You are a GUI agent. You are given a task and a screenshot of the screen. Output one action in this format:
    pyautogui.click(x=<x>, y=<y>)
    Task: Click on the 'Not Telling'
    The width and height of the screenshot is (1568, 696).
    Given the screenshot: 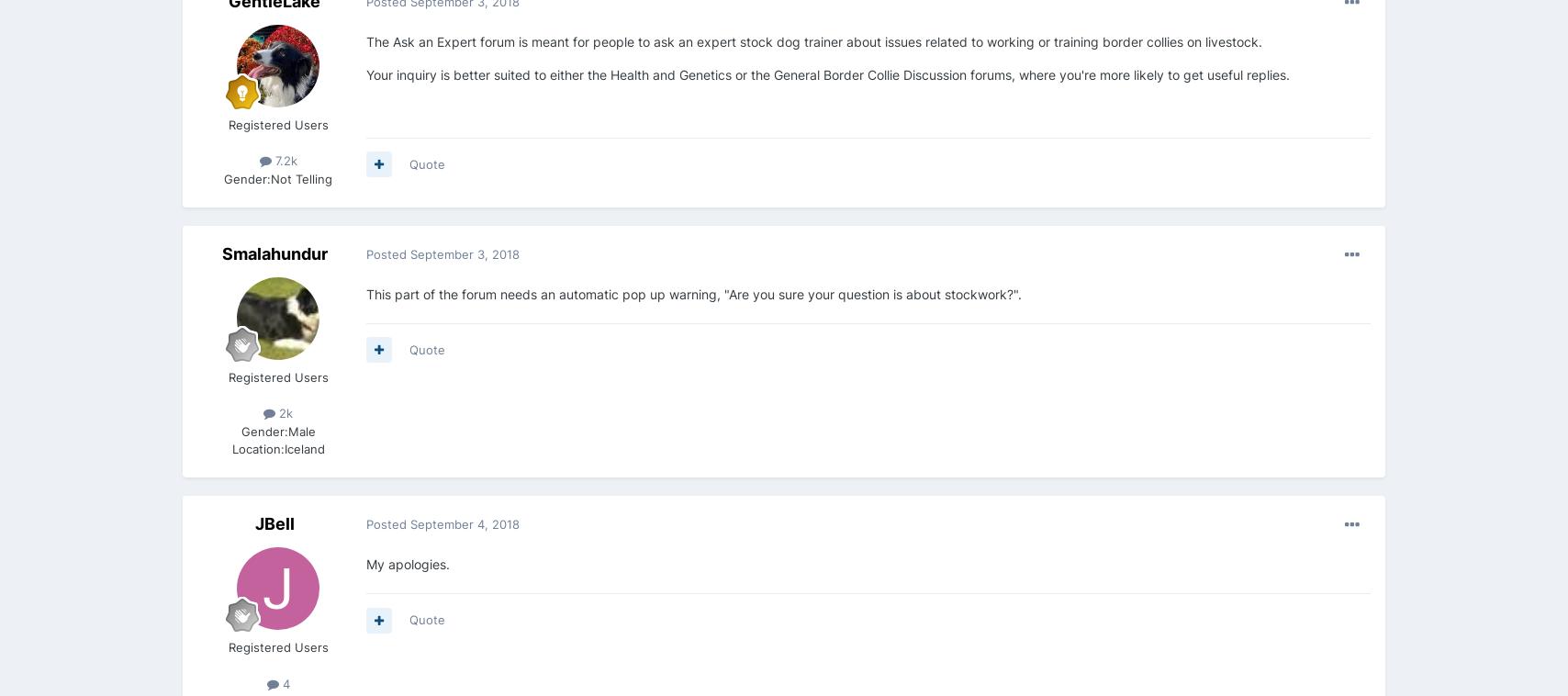 What is the action you would take?
    pyautogui.click(x=301, y=179)
    